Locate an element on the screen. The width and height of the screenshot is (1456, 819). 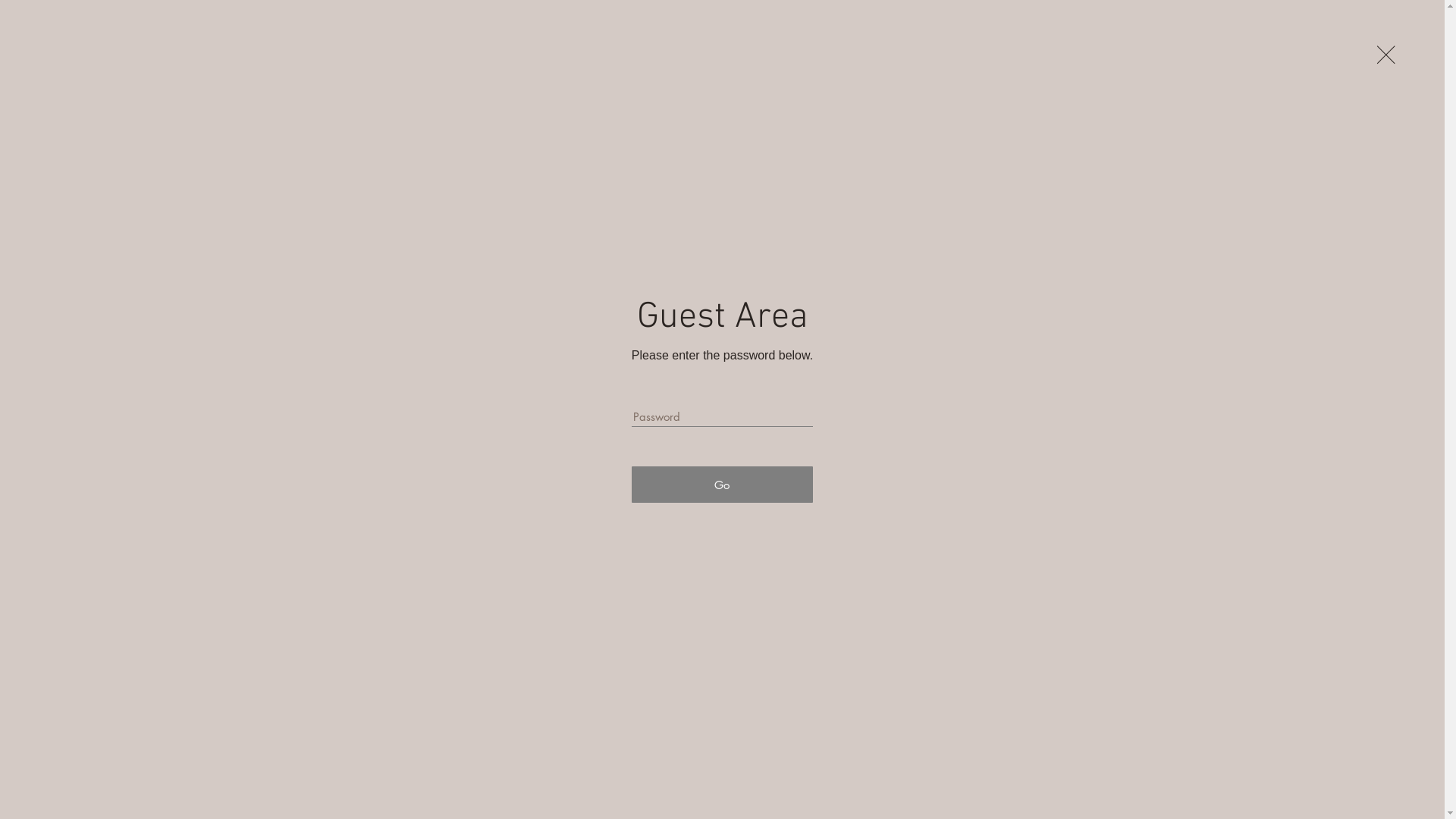
'Go' is located at coordinates (721, 485).